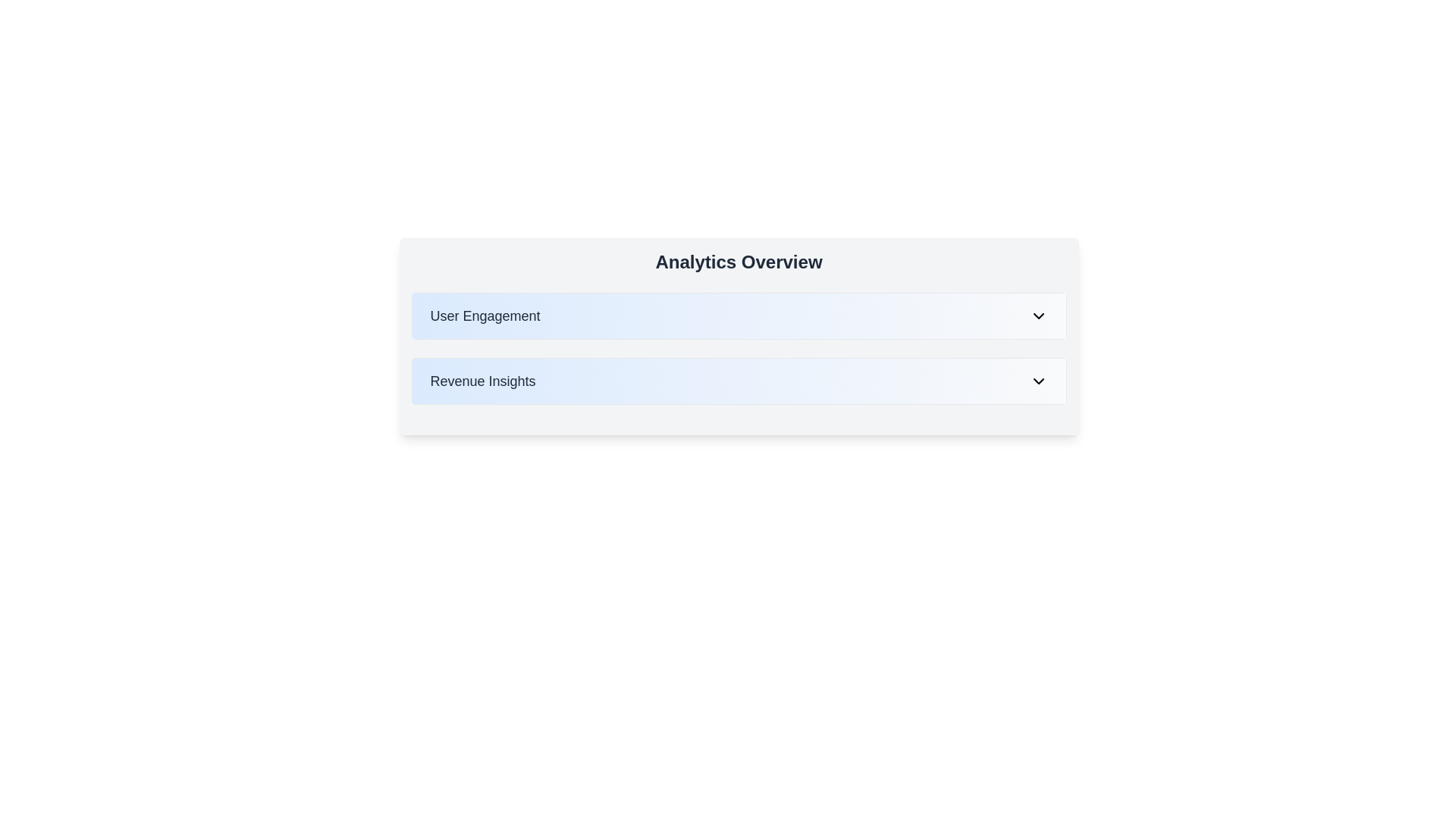 This screenshot has width=1456, height=819. What do you see at coordinates (739, 380) in the screenshot?
I see `the 'Revenue Insights' dropdown toggle button` at bounding box center [739, 380].